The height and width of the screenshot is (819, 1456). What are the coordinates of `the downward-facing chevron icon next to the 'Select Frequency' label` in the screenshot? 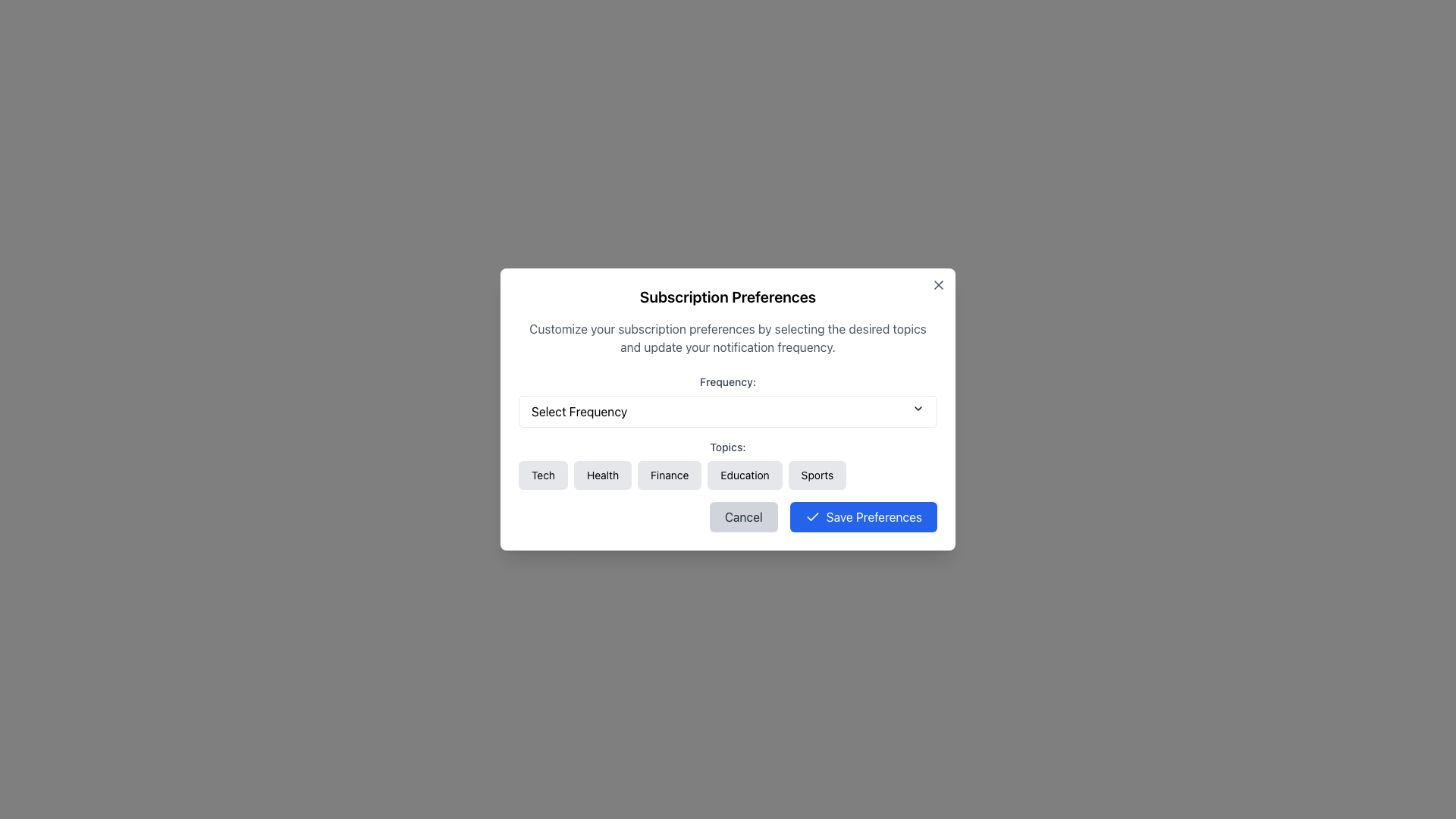 It's located at (917, 408).